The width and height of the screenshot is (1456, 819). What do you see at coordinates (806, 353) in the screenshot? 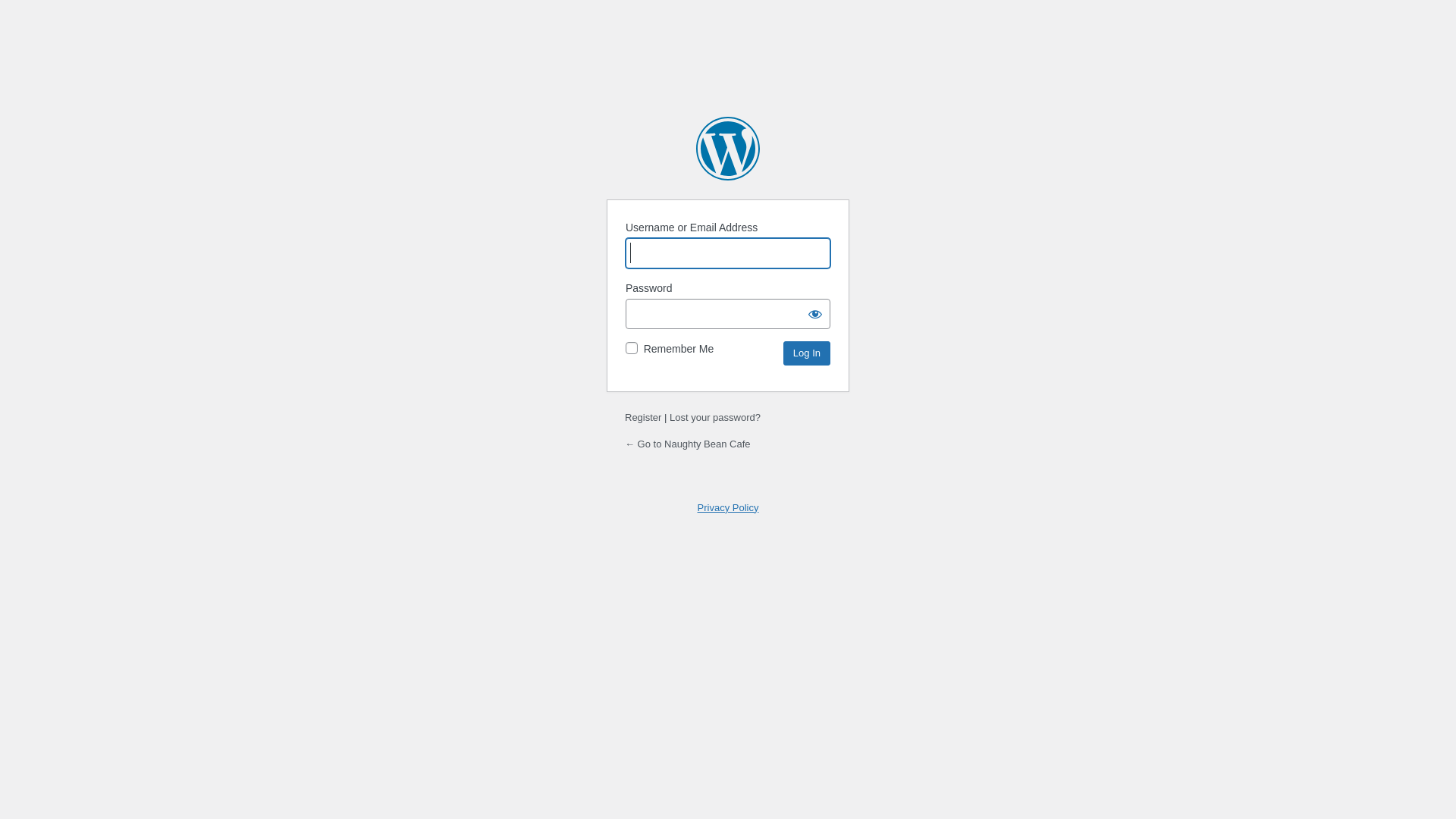
I see `'Log In'` at bounding box center [806, 353].